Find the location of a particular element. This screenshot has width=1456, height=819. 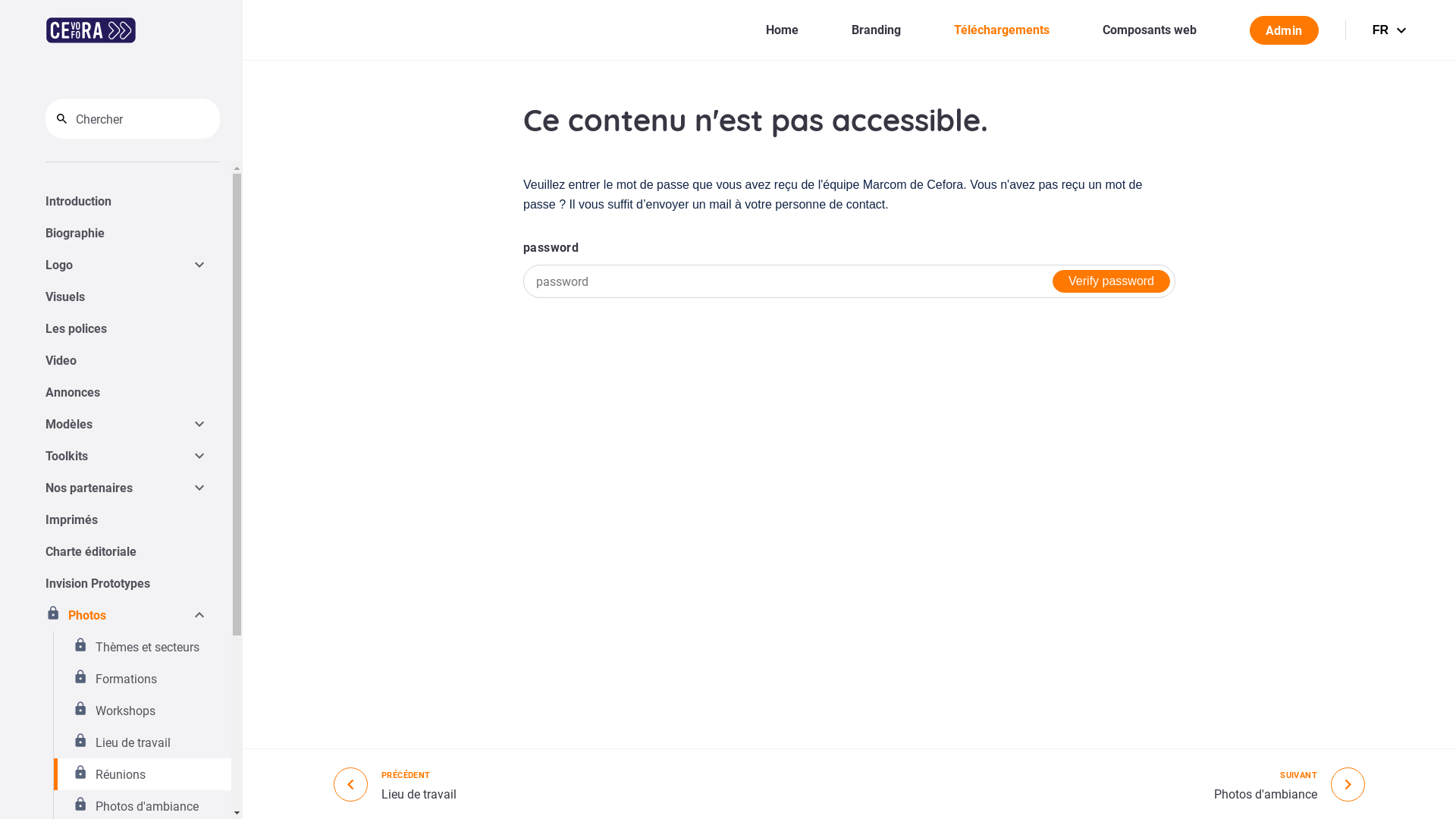

'Annonces' is located at coordinates (127, 391).